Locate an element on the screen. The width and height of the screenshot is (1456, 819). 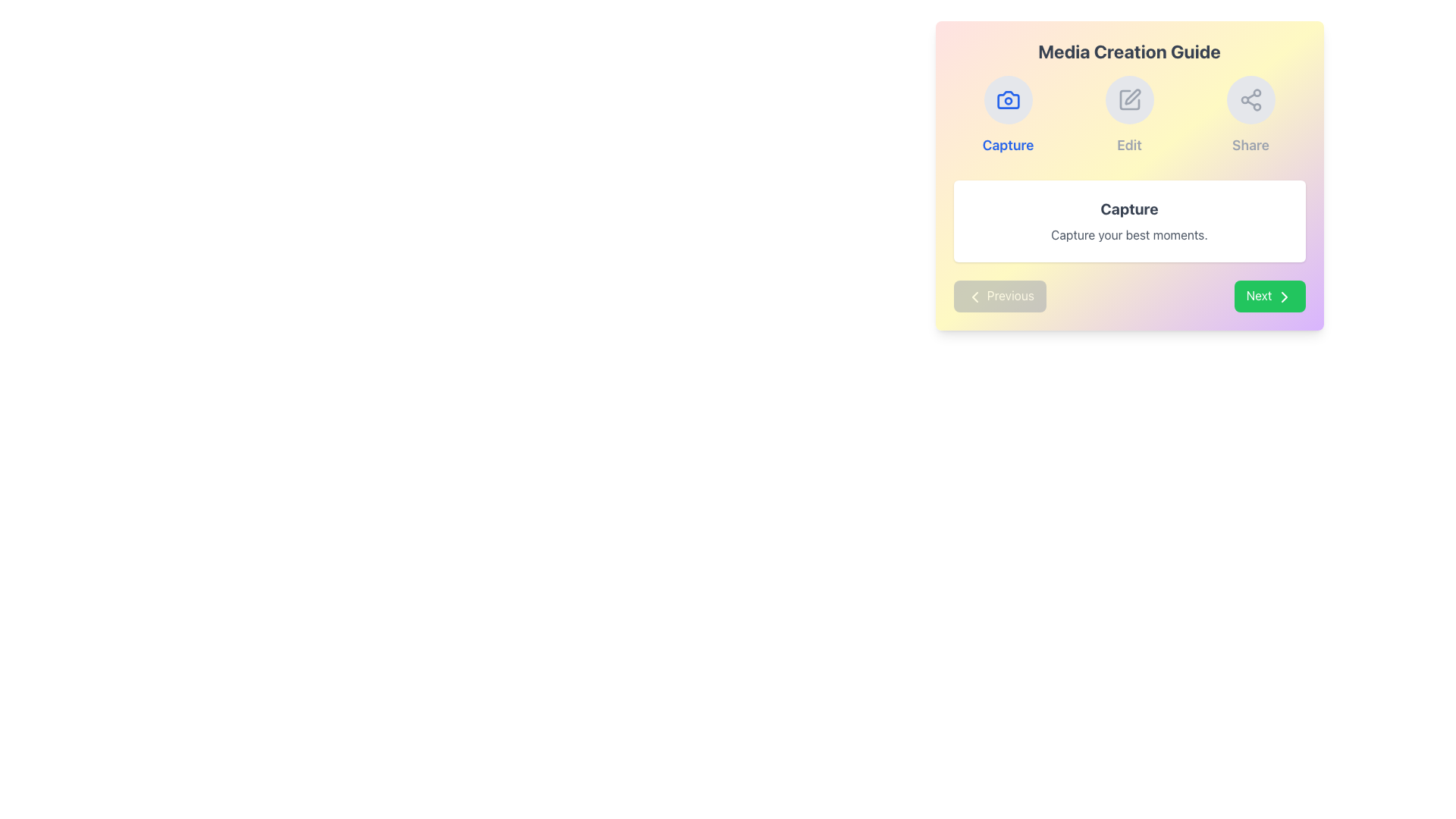
the circular 'Share' icon with a light-gray background located in the rightmost column of the layout, below which the label 'Share' is displayed in gray text is located at coordinates (1250, 115).